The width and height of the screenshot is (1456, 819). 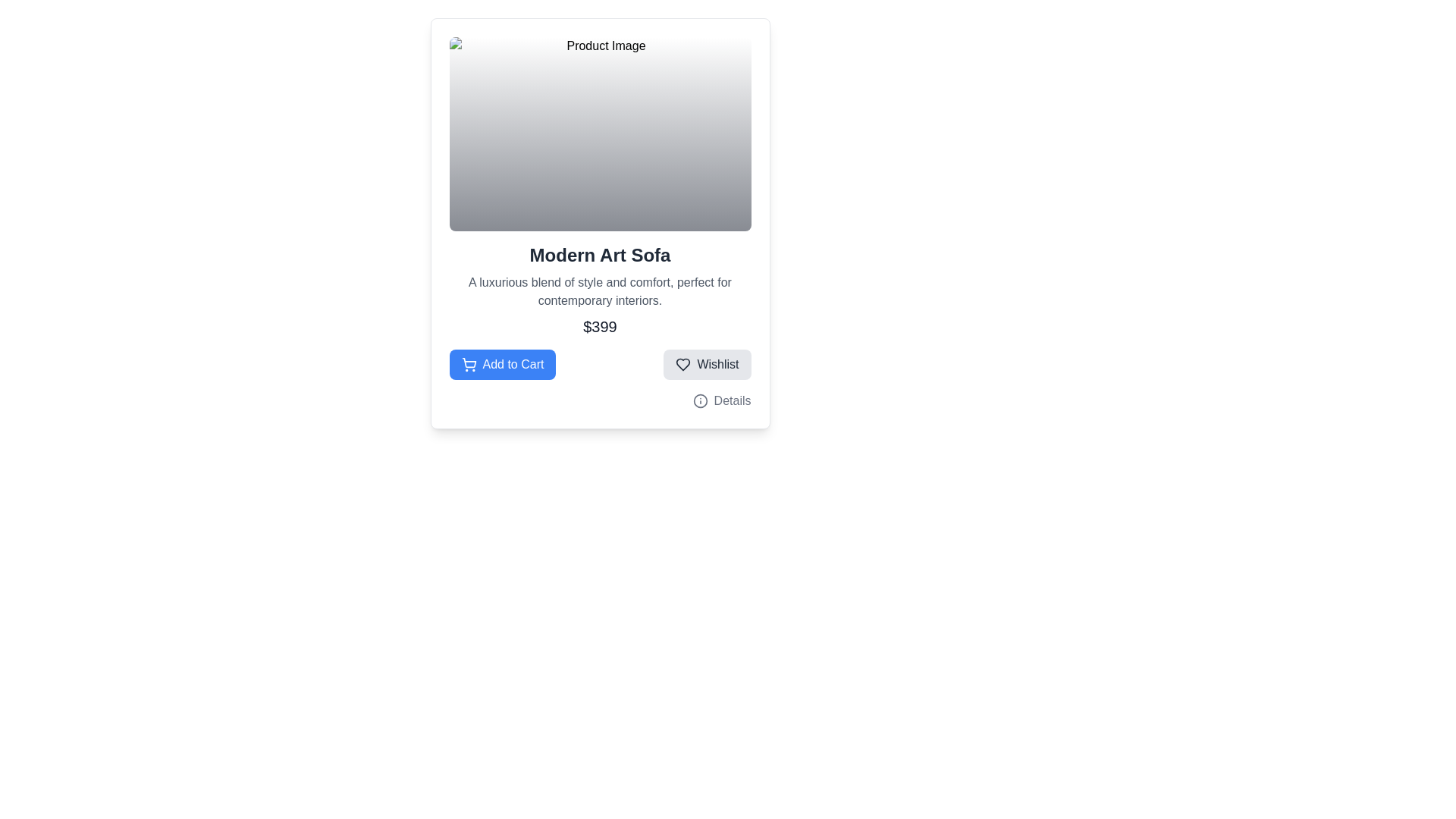 I want to click on the 'Wishlist' button, which is a rounded rectangle with a light gray background and dark gray text, located in the lower-right section of the product card layout, so click(x=706, y=365).